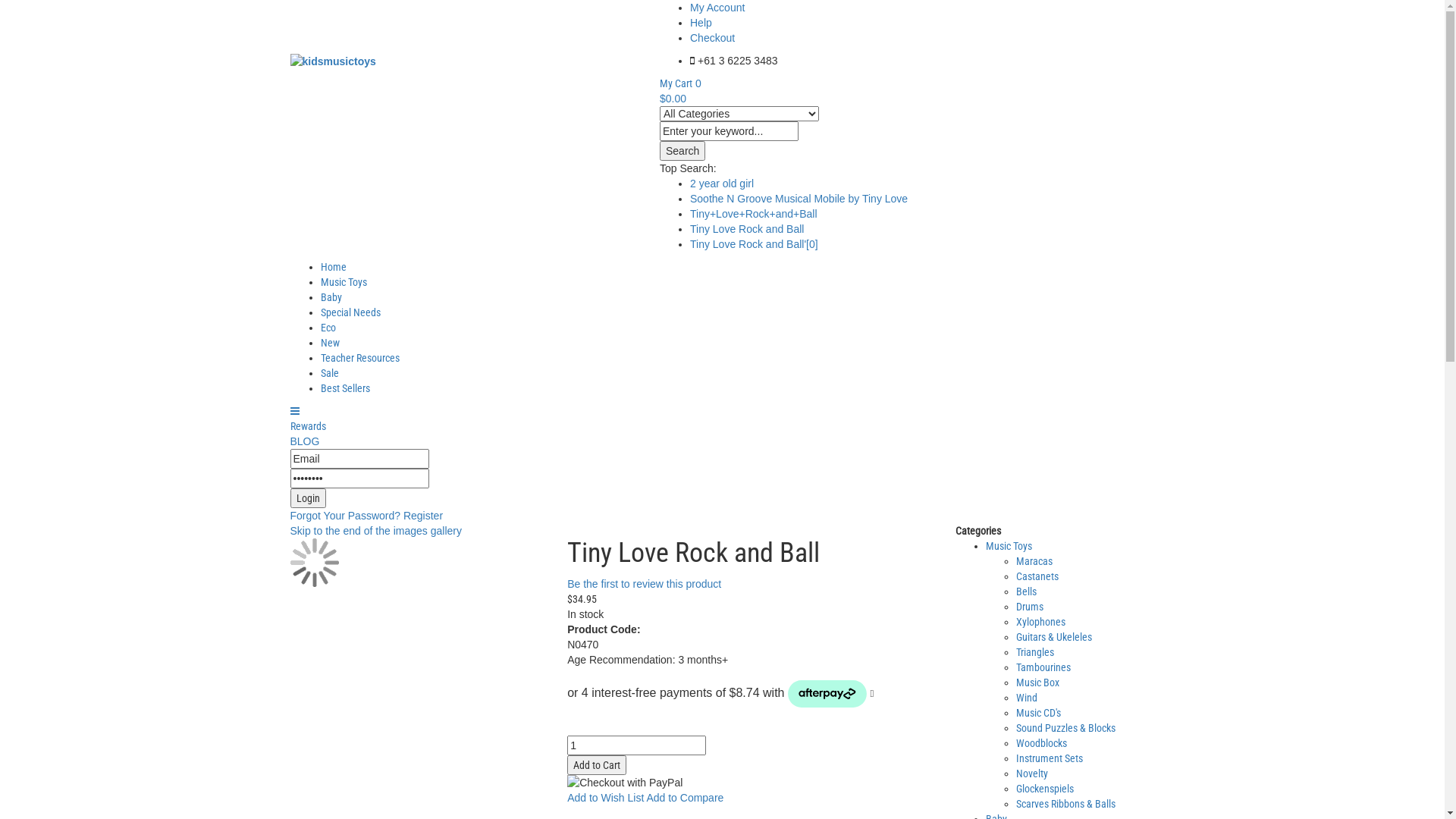 The width and height of the screenshot is (1456, 819). What do you see at coordinates (1026, 590) in the screenshot?
I see `'Bells'` at bounding box center [1026, 590].